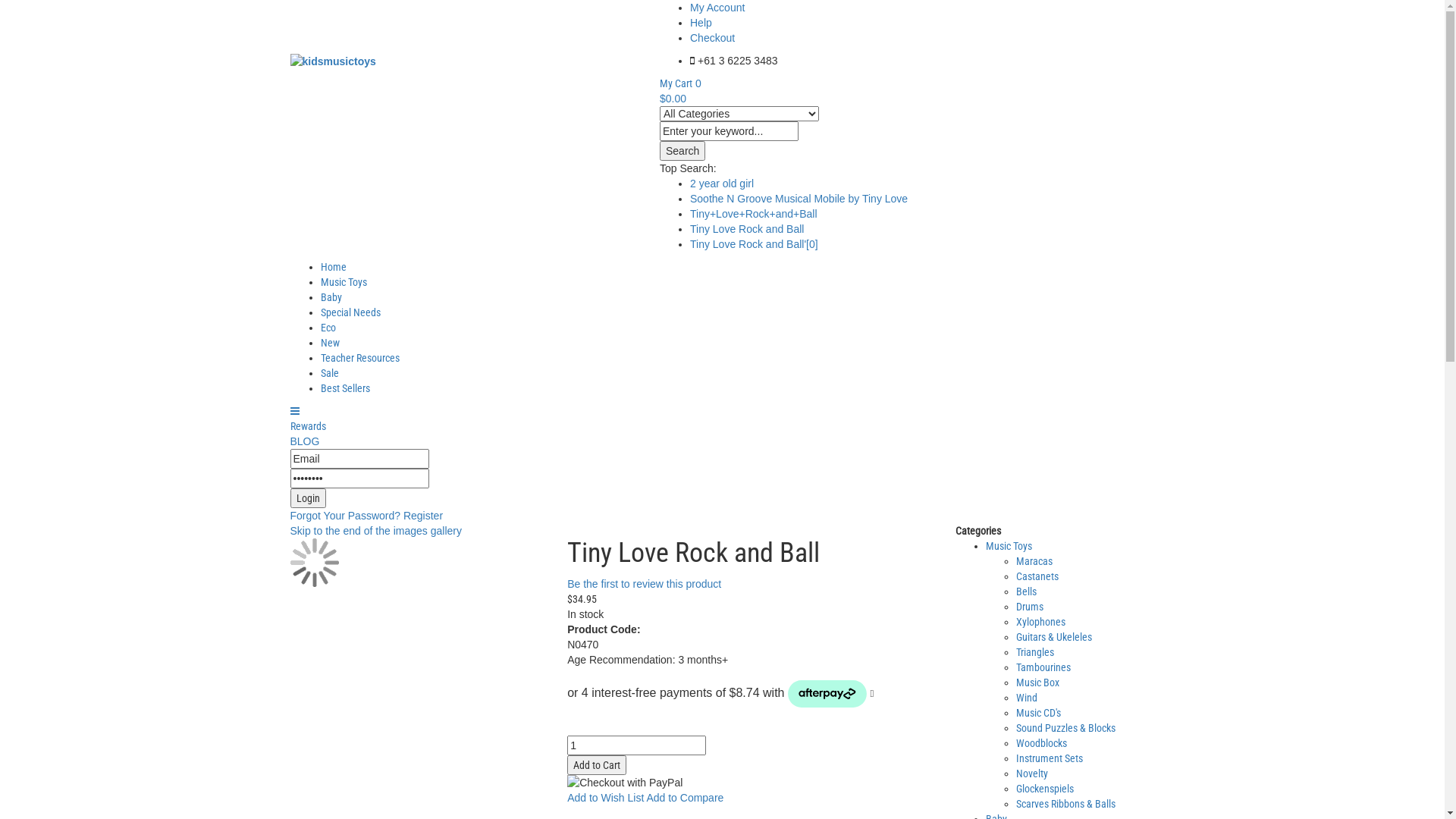 The width and height of the screenshot is (1456, 819). What do you see at coordinates (1026, 590) in the screenshot?
I see `'Bells'` at bounding box center [1026, 590].